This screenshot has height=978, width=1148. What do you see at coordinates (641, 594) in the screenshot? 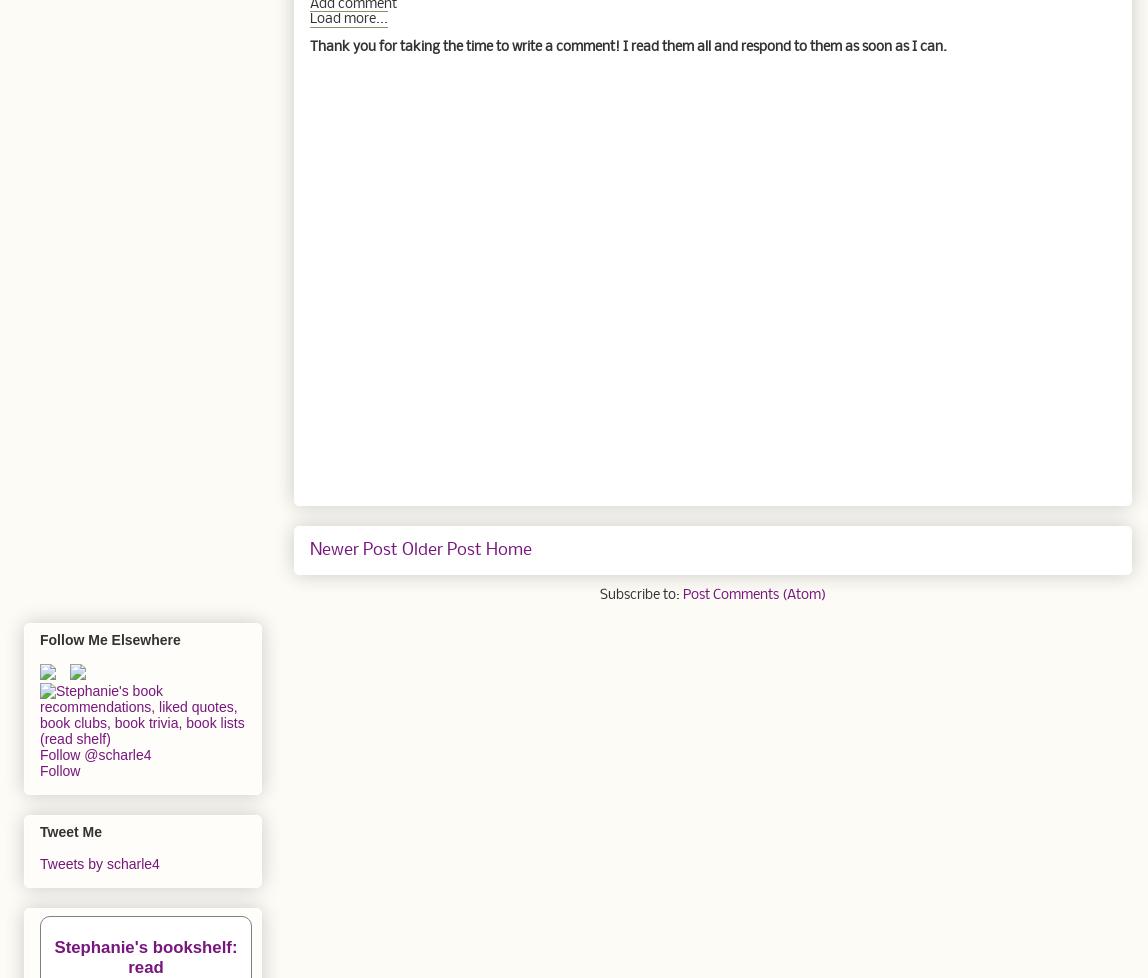
I see `'Subscribe to:'` at bounding box center [641, 594].